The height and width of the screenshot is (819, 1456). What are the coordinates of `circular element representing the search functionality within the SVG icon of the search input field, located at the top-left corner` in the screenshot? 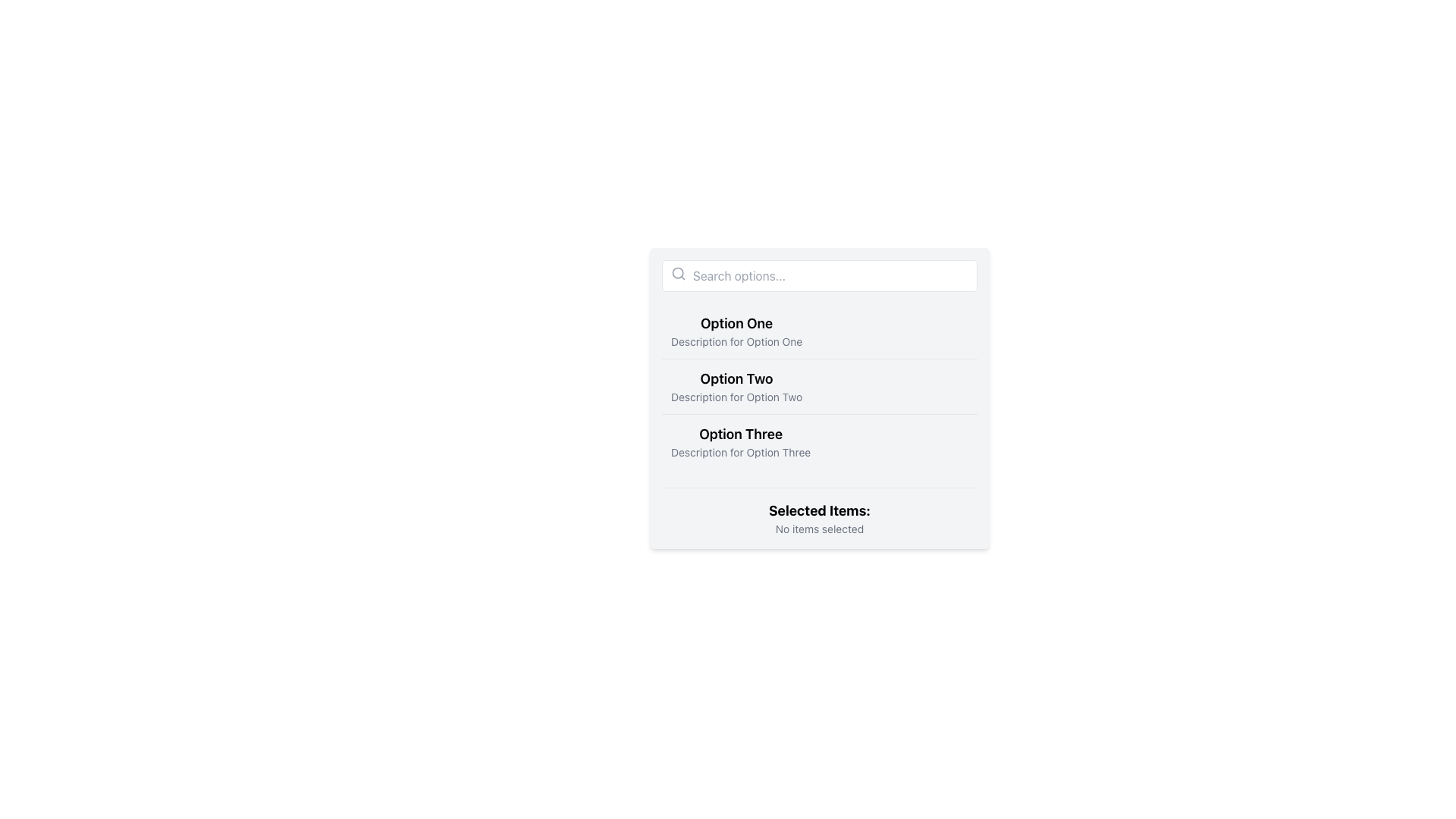 It's located at (677, 273).